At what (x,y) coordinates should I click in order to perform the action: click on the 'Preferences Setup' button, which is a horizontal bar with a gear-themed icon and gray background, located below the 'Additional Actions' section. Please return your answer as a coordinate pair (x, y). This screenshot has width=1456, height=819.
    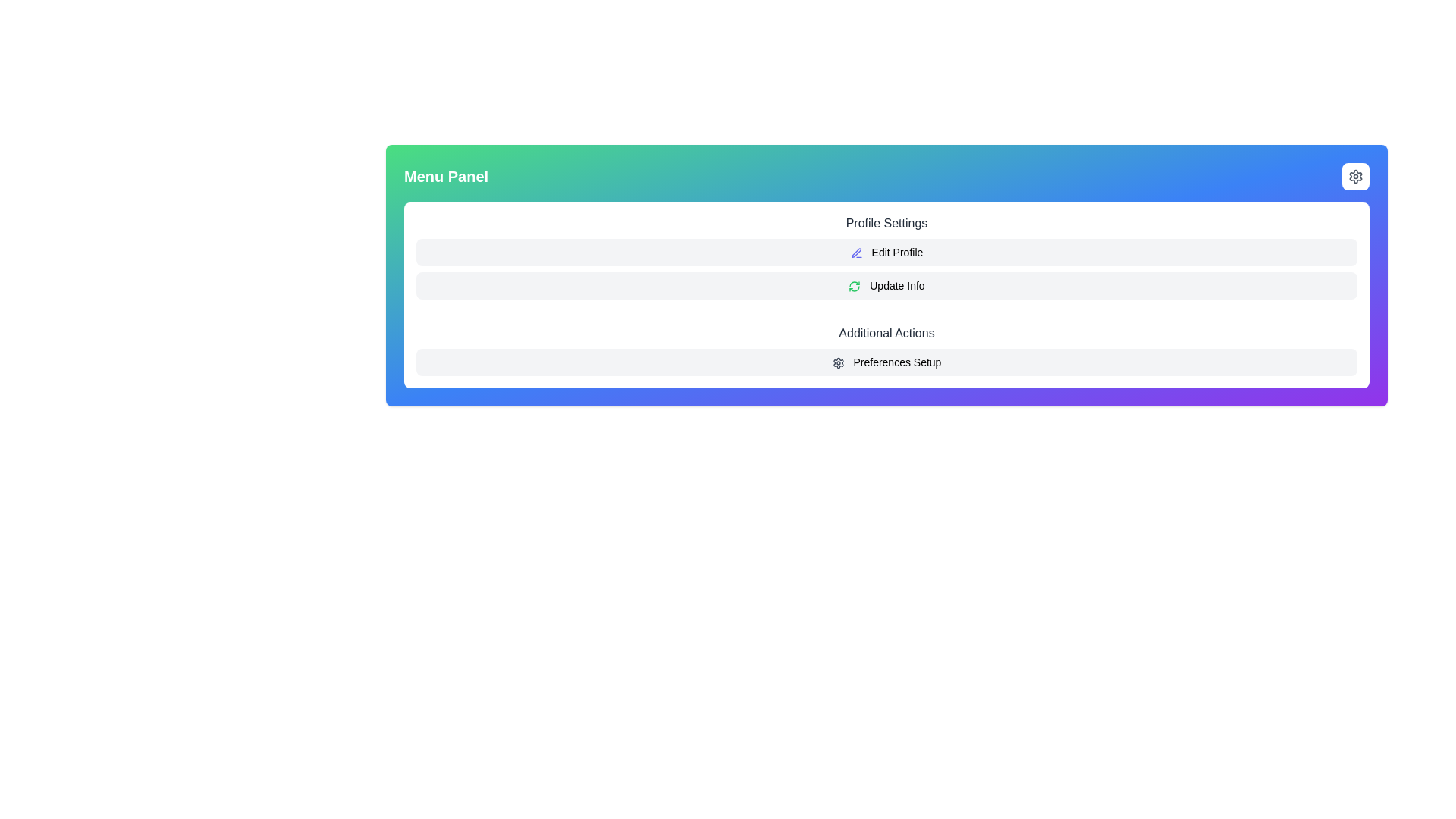
    Looking at the image, I should click on (886, 362).